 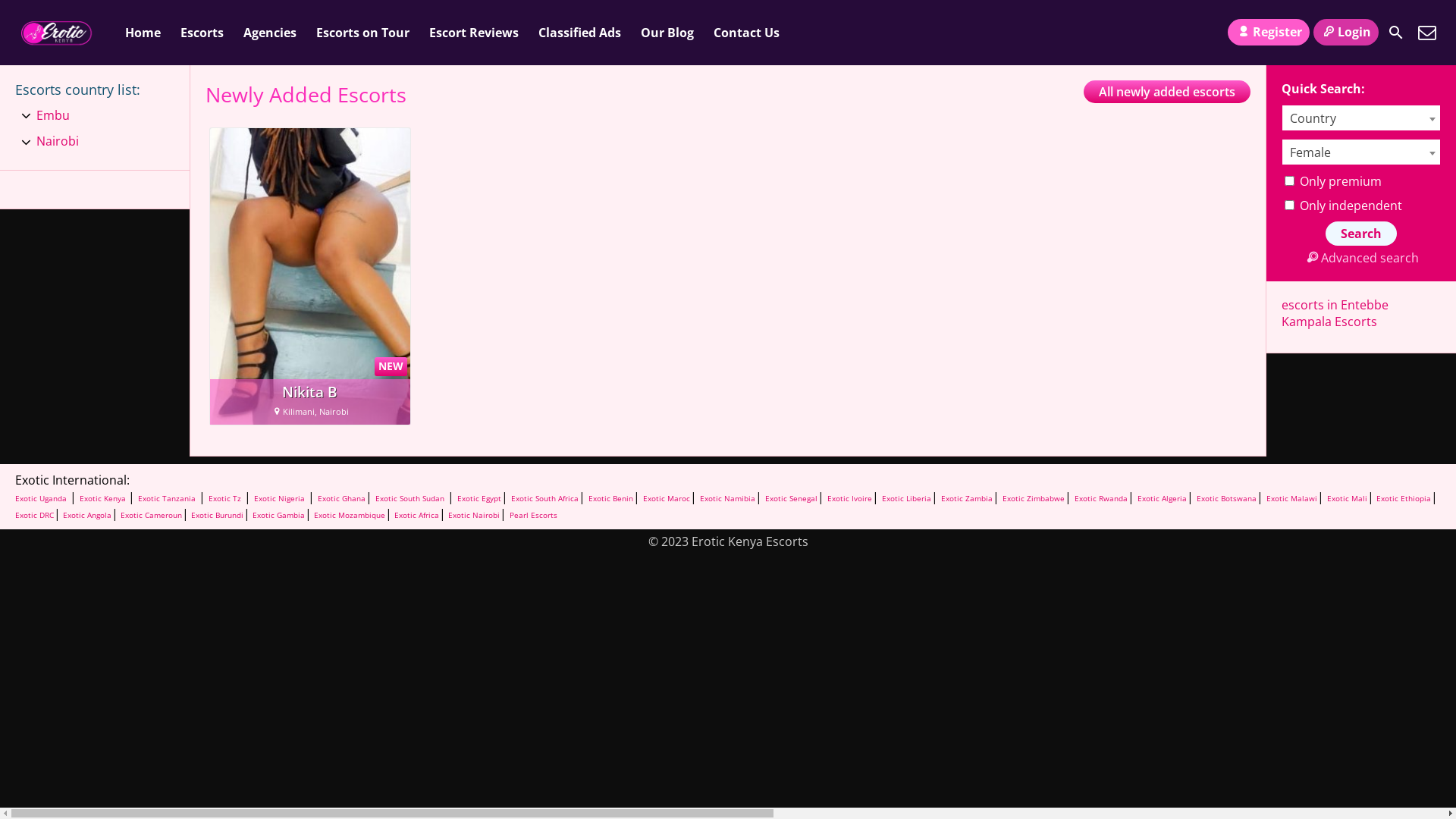 I want to click on 'Exotic Mali', so click(x=1347, y=497).